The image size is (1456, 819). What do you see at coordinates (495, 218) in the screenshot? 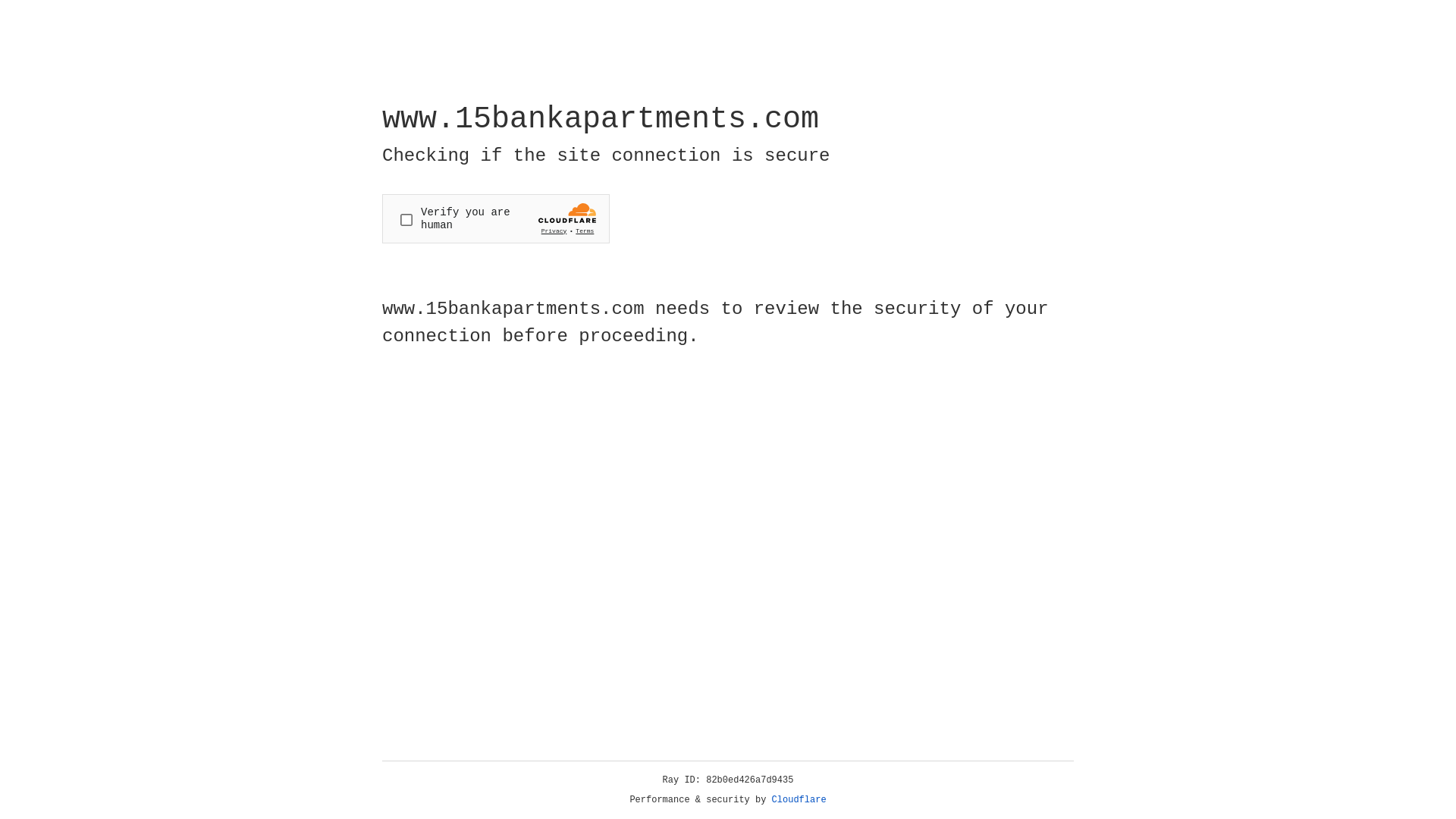
I see `'Widget containing a Cloudflare security challenge'` at bounding box center [495, 218].